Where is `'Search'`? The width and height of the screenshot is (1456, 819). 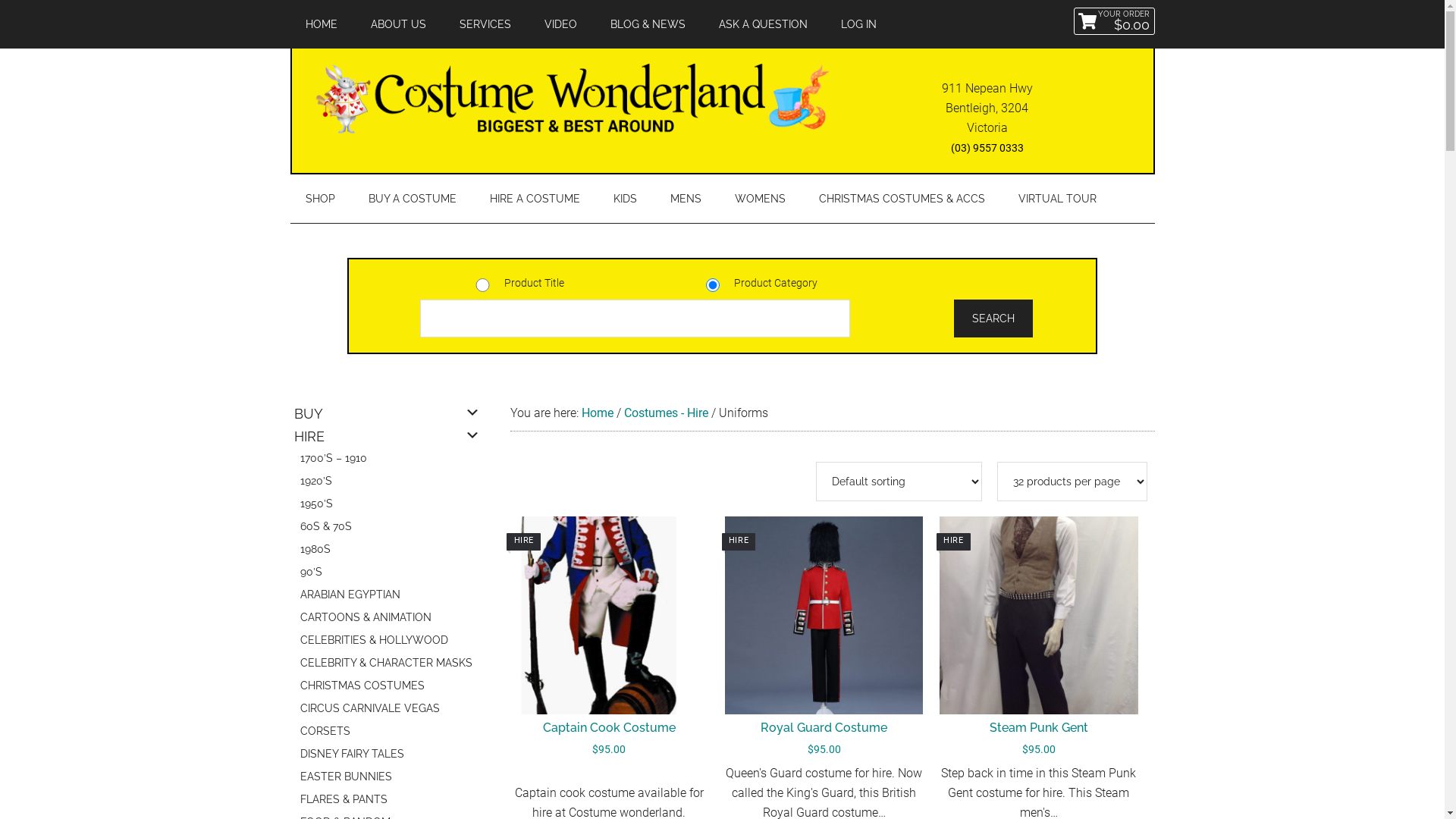
'Search' is located at coordinates (993, 318).